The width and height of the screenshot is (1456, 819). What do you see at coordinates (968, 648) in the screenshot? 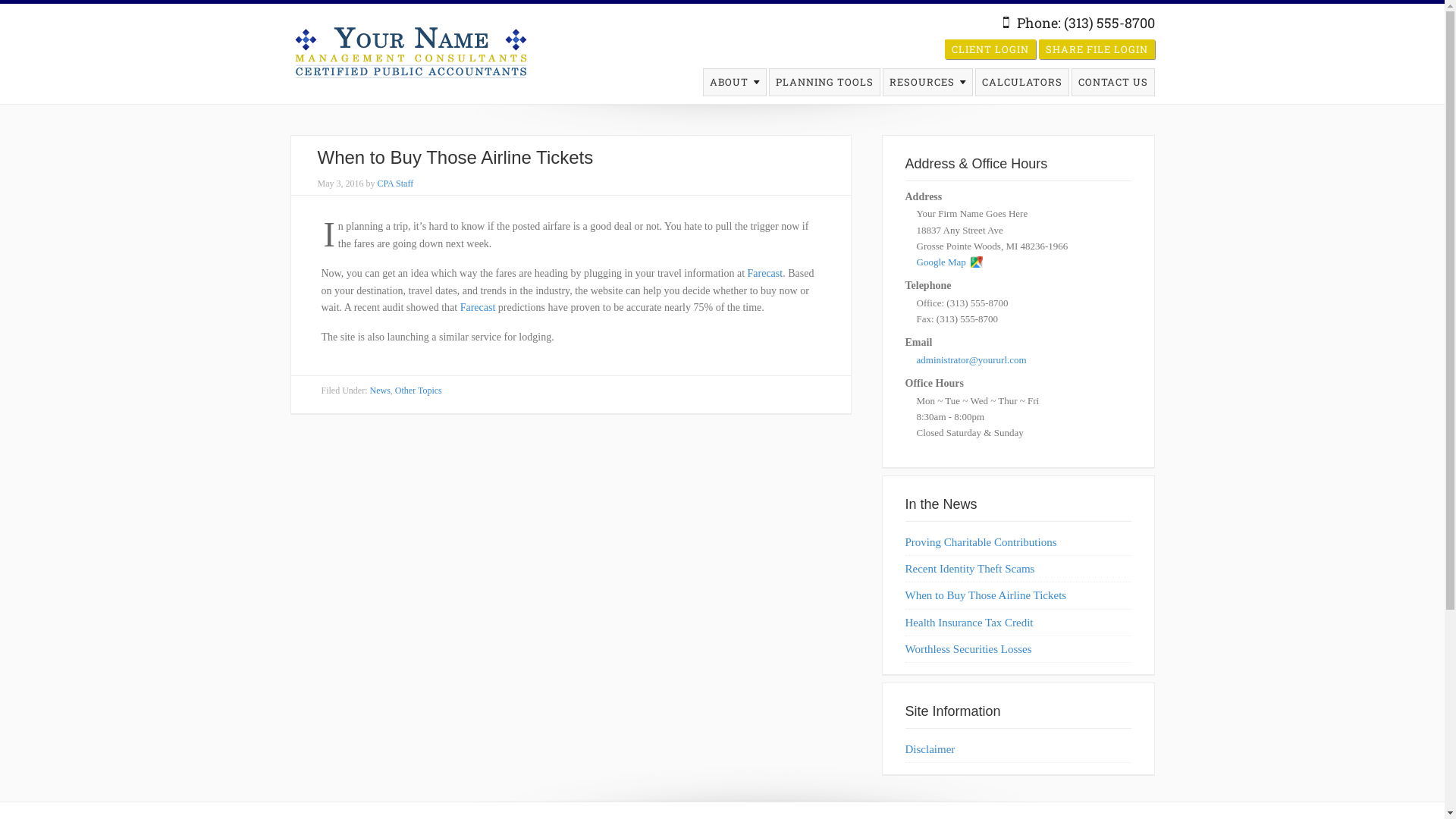
I see `'Worthless Securities Losses'` at bounding box center [968, 648].